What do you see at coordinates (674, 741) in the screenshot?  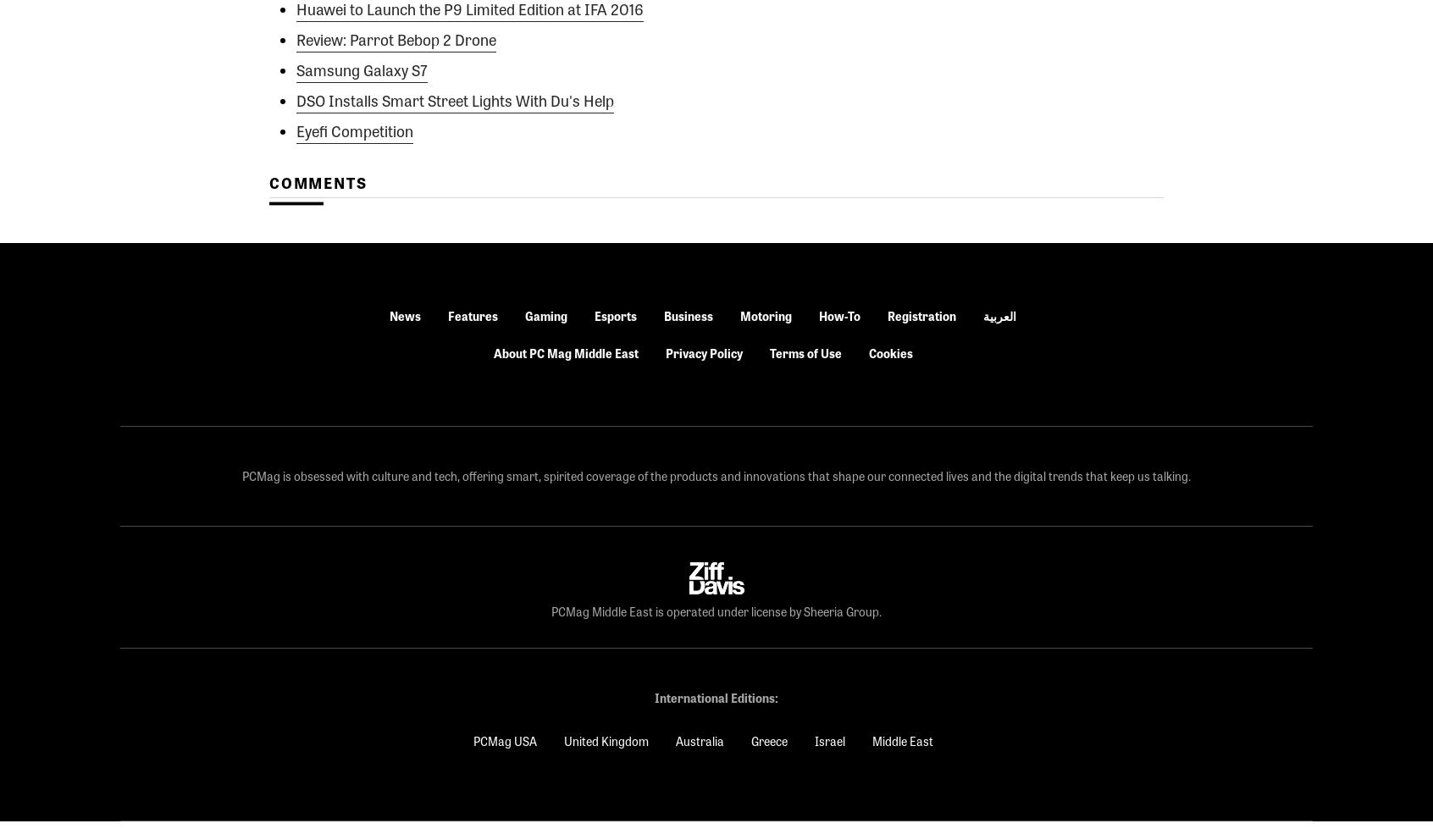 I see `'Australia'` at bounding box center [674, 741].